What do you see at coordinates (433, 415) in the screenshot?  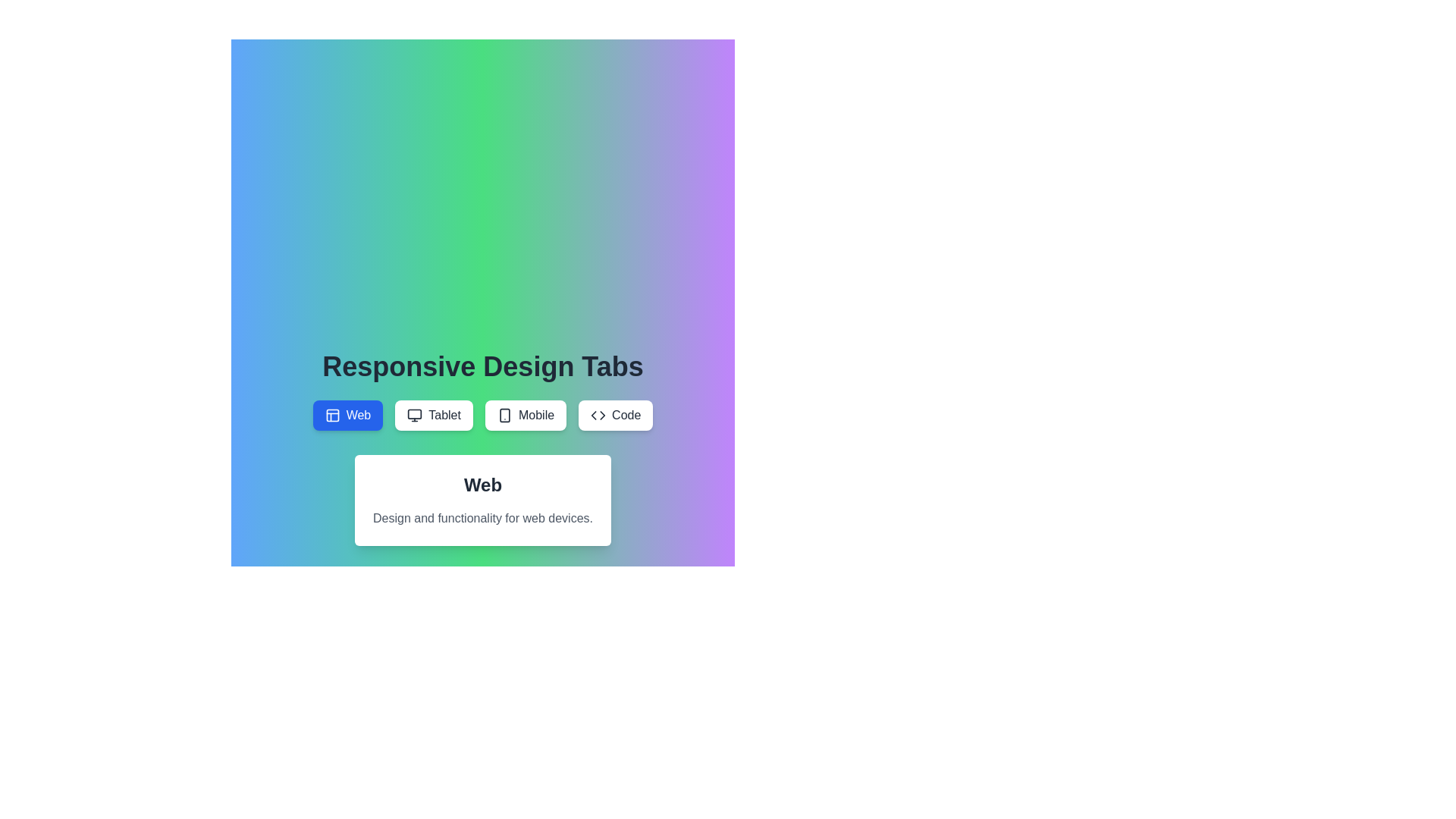 I see `the Tablet tab to switch to its content` at bounding box center [433, 415].